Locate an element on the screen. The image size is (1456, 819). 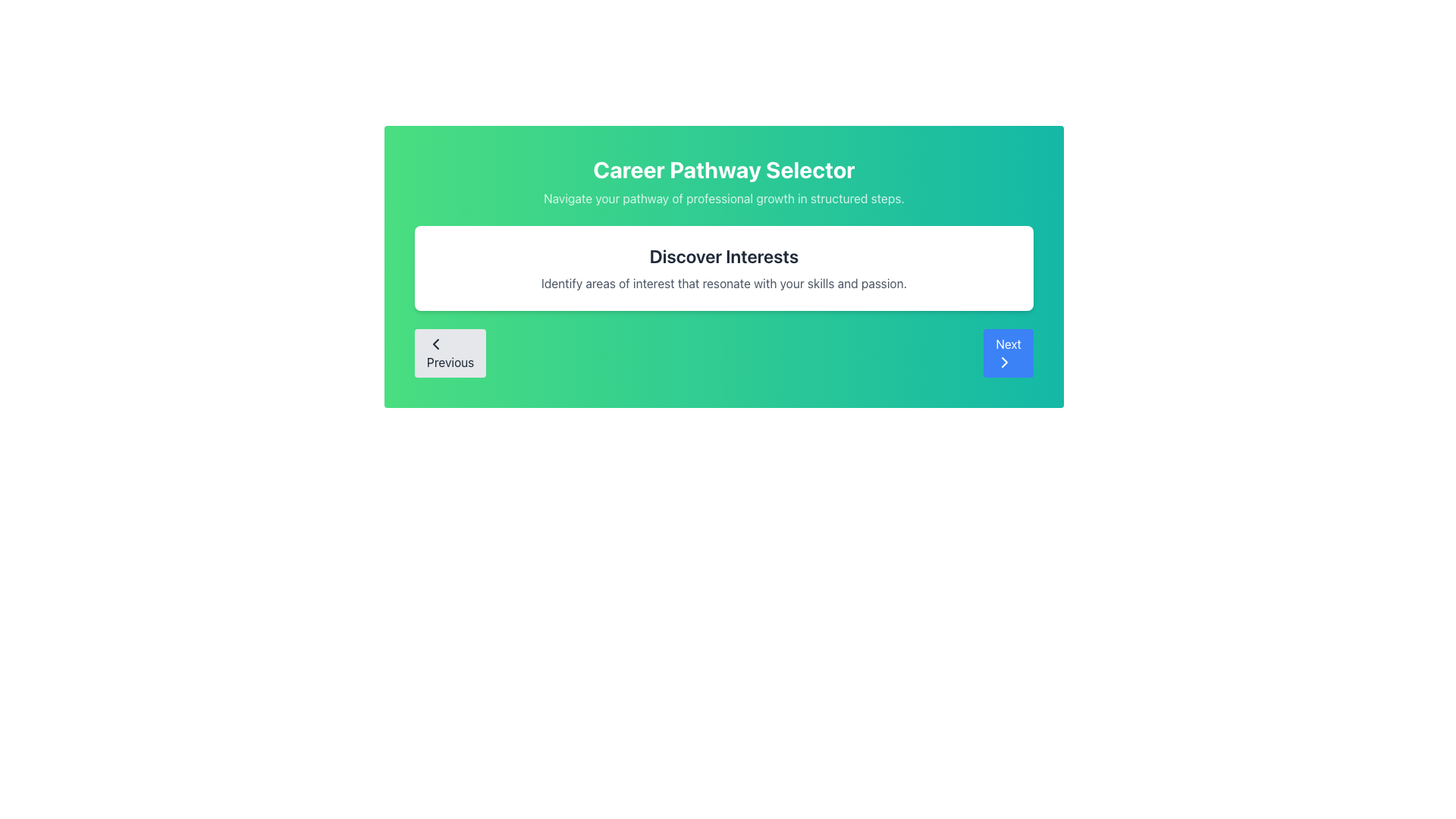
the chevron icon located to the right of the 'Next' button at the bottom-right corner of the main interface is located at coordinates (1005, 362).